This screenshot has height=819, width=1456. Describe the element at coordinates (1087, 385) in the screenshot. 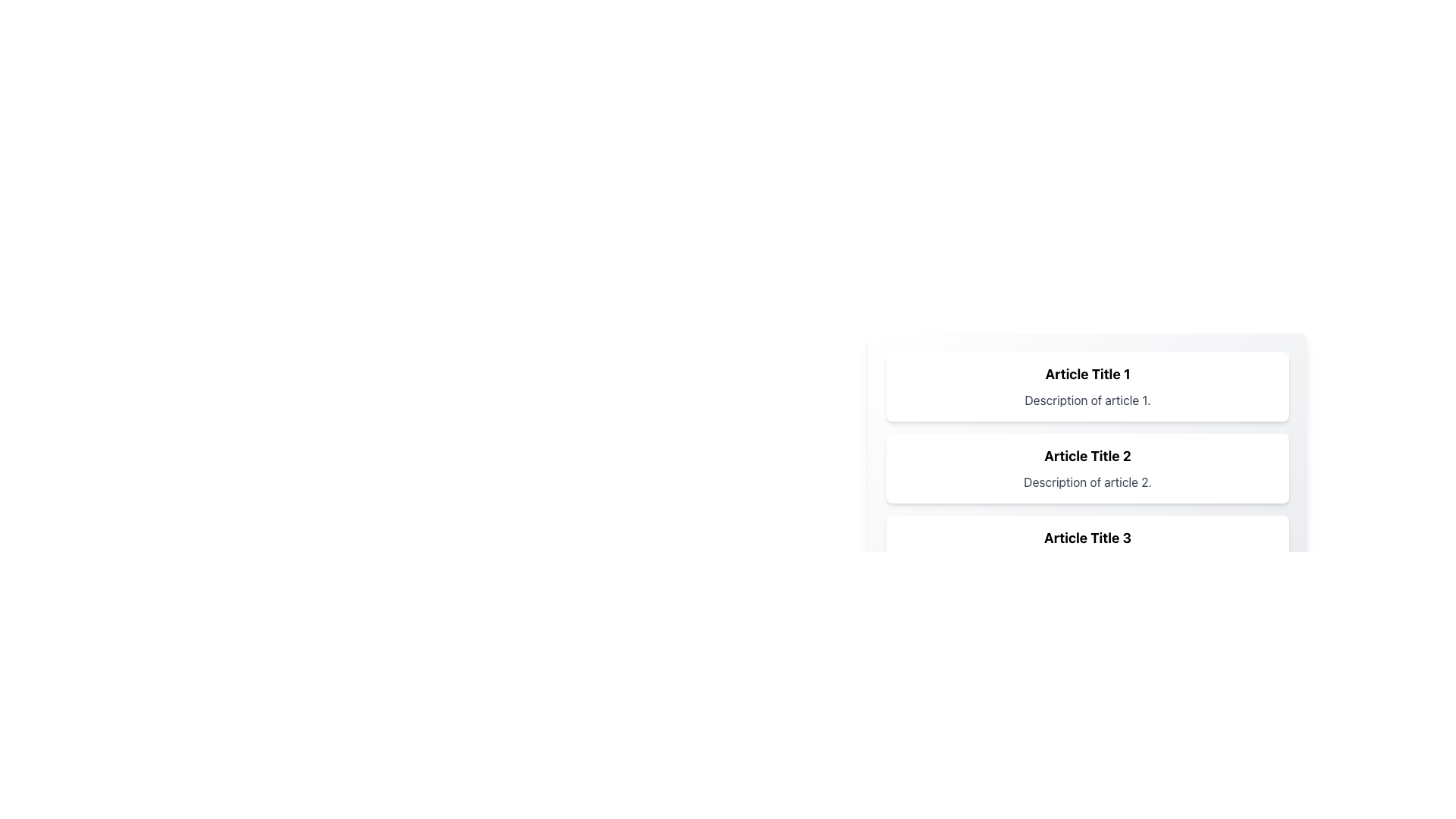

I see `the first card in the vertically-stacked grid layout, which has a white background, rounded corners, and contains the title 'Article Title 1' in bold, black font` at that location.